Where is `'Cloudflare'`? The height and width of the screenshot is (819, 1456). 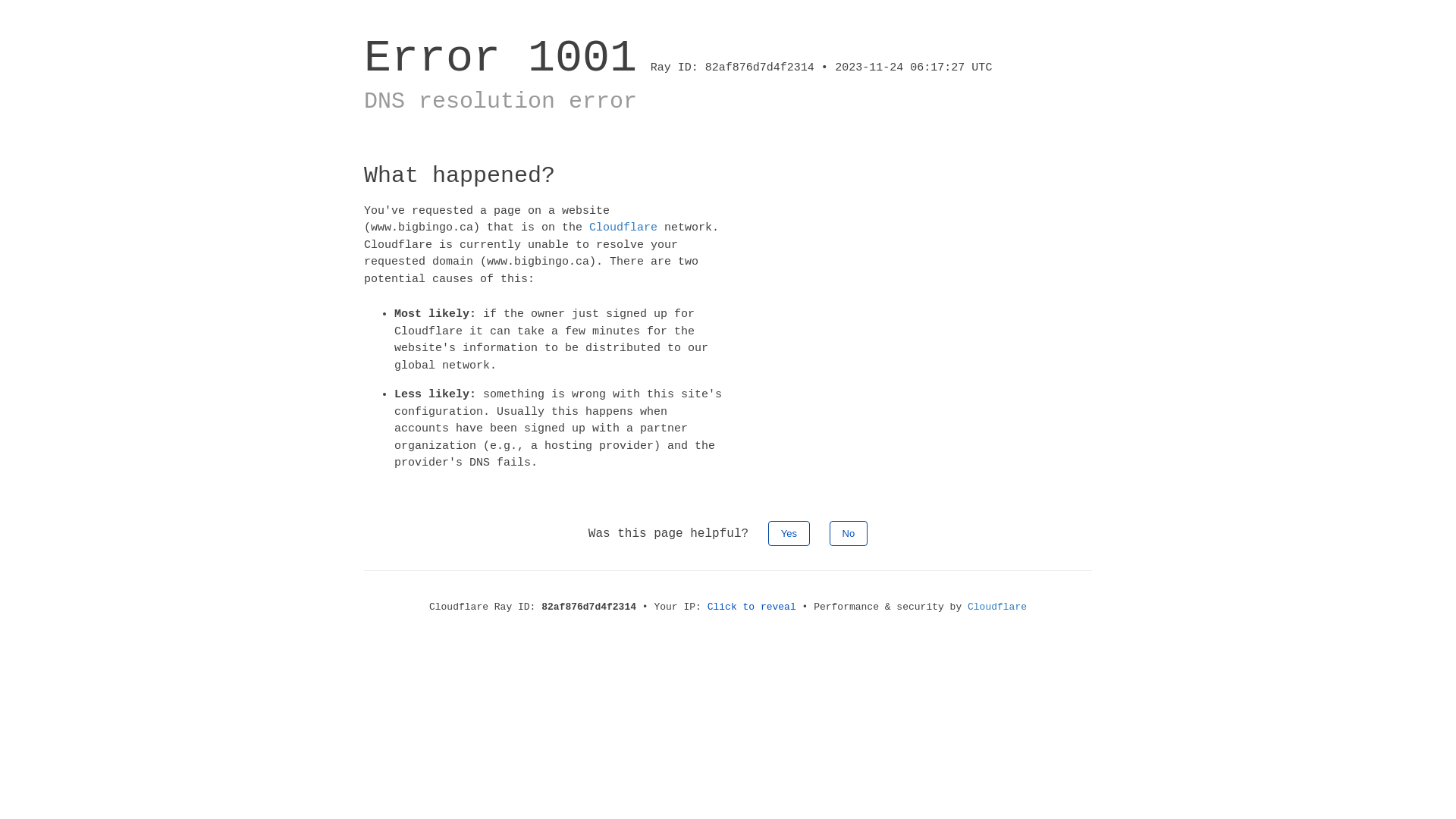
'Cloudflare' is located at coordinates (623, 227).